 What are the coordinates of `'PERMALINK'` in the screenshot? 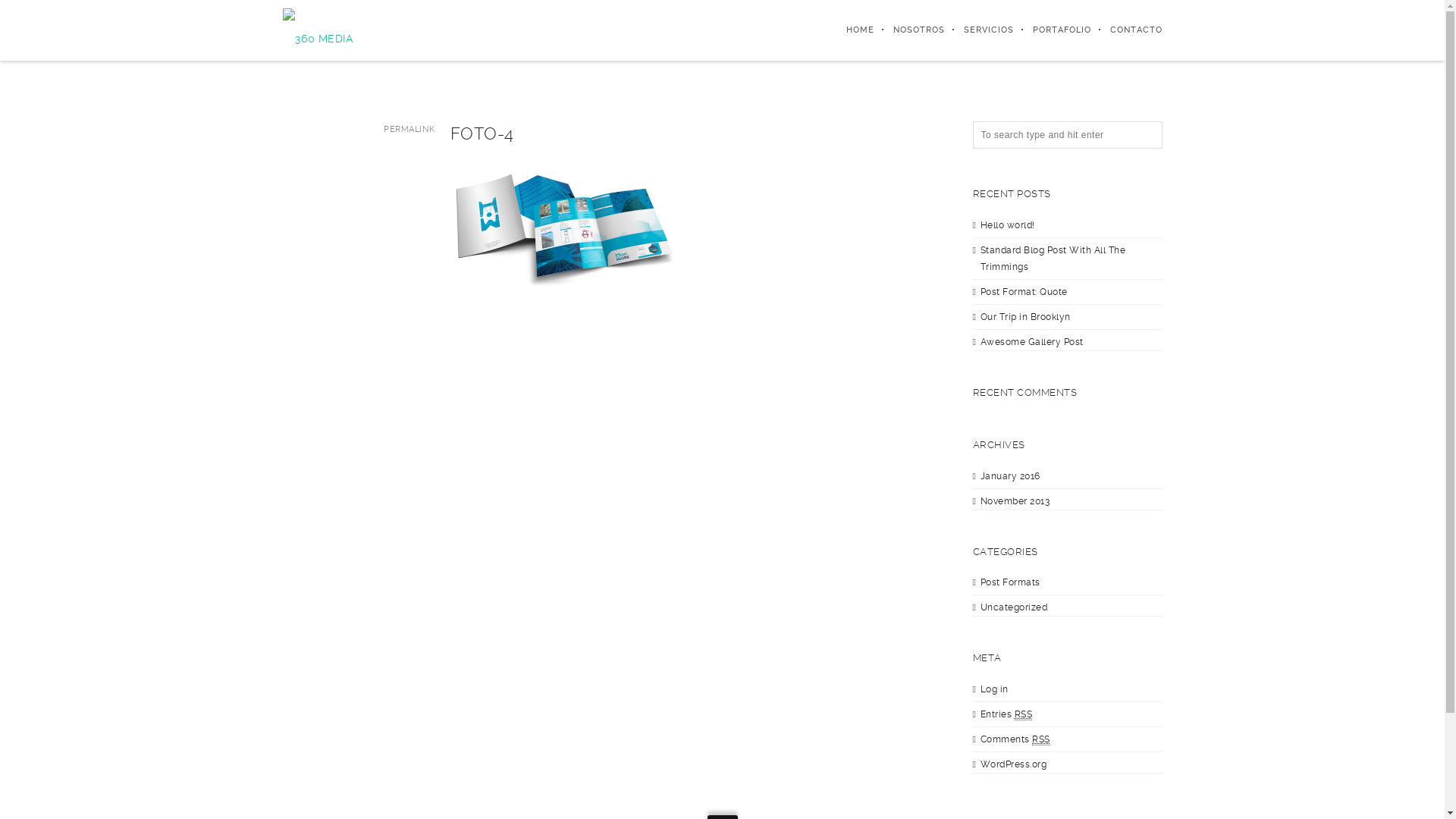 It's located at (383, 128).